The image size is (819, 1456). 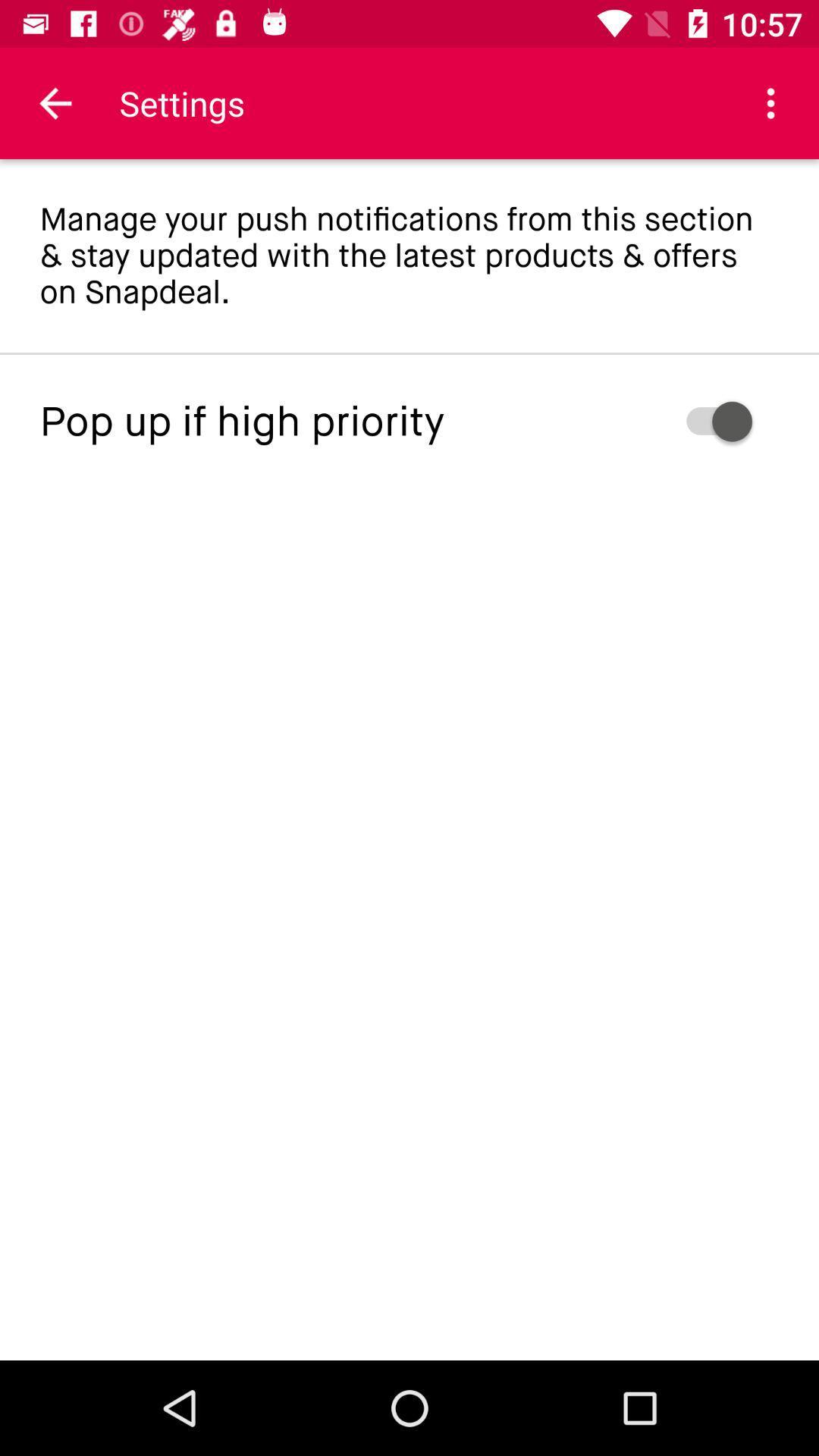 What do you see at coordinates (669, 422) in the screenshot?
I see `icon next to pop up if icon` at bounding box center [669, 422].